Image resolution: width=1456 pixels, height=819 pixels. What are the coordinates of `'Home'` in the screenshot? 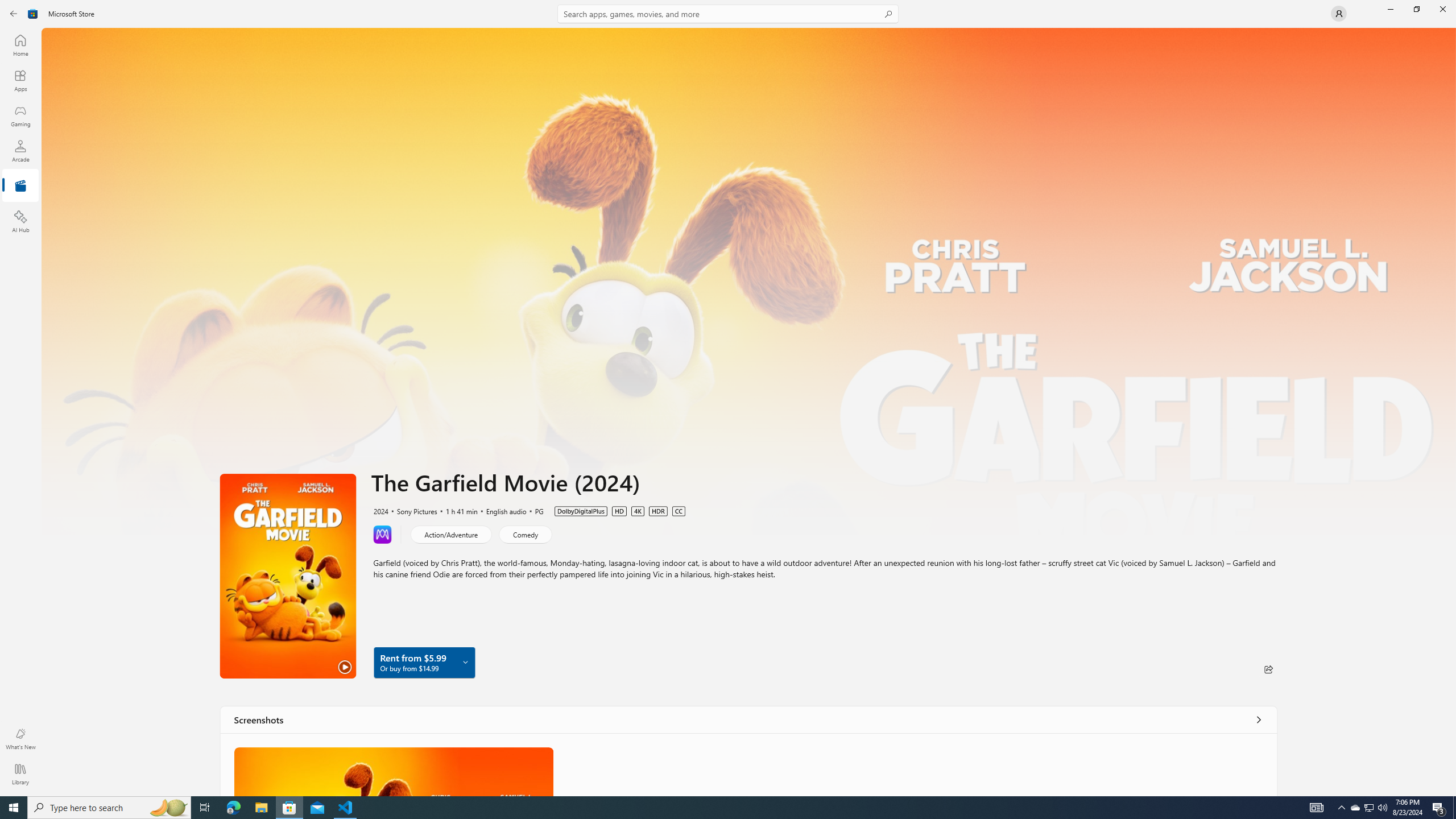 It's located at (19, 44).